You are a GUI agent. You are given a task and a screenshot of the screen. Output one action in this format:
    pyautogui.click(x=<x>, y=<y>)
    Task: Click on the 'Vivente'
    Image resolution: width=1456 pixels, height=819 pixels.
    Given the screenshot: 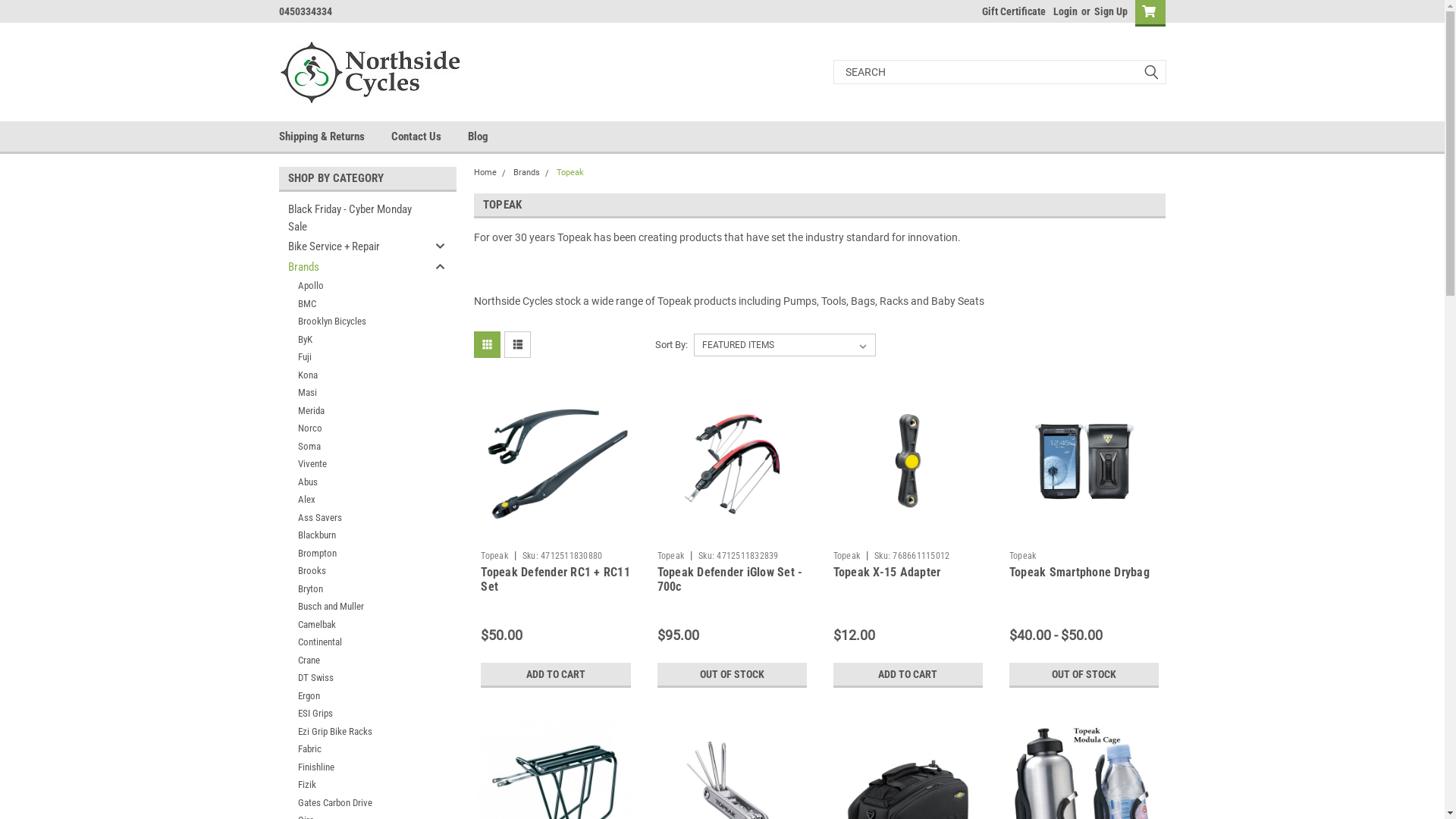 What is the action you would take?
    pyautogui.click(x=353, y=463)
    